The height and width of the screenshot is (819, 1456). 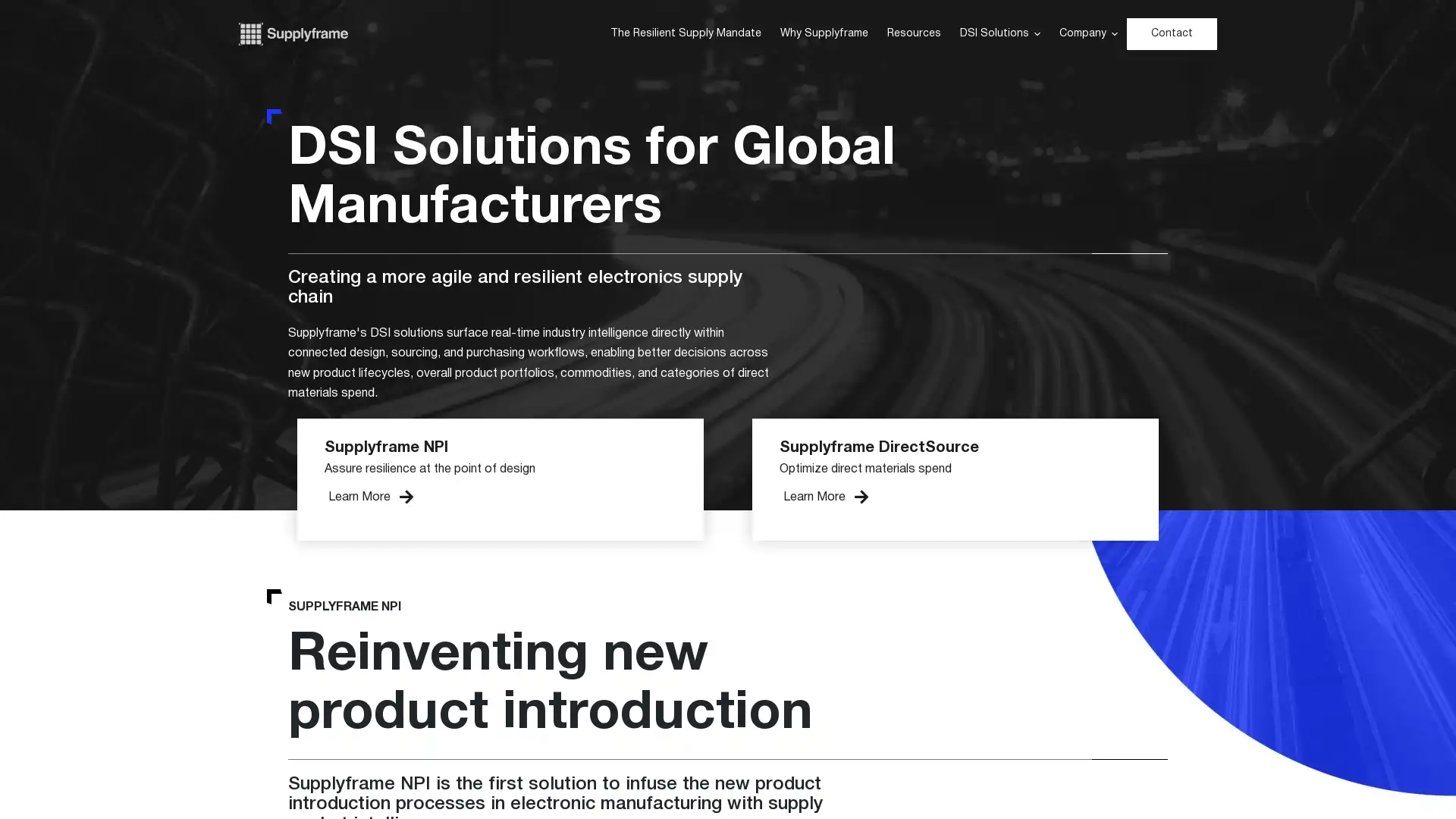 What do you see at coordinates (825, 497) in the screenshot?
I see `Learn More` at bounding box center [825, 497].